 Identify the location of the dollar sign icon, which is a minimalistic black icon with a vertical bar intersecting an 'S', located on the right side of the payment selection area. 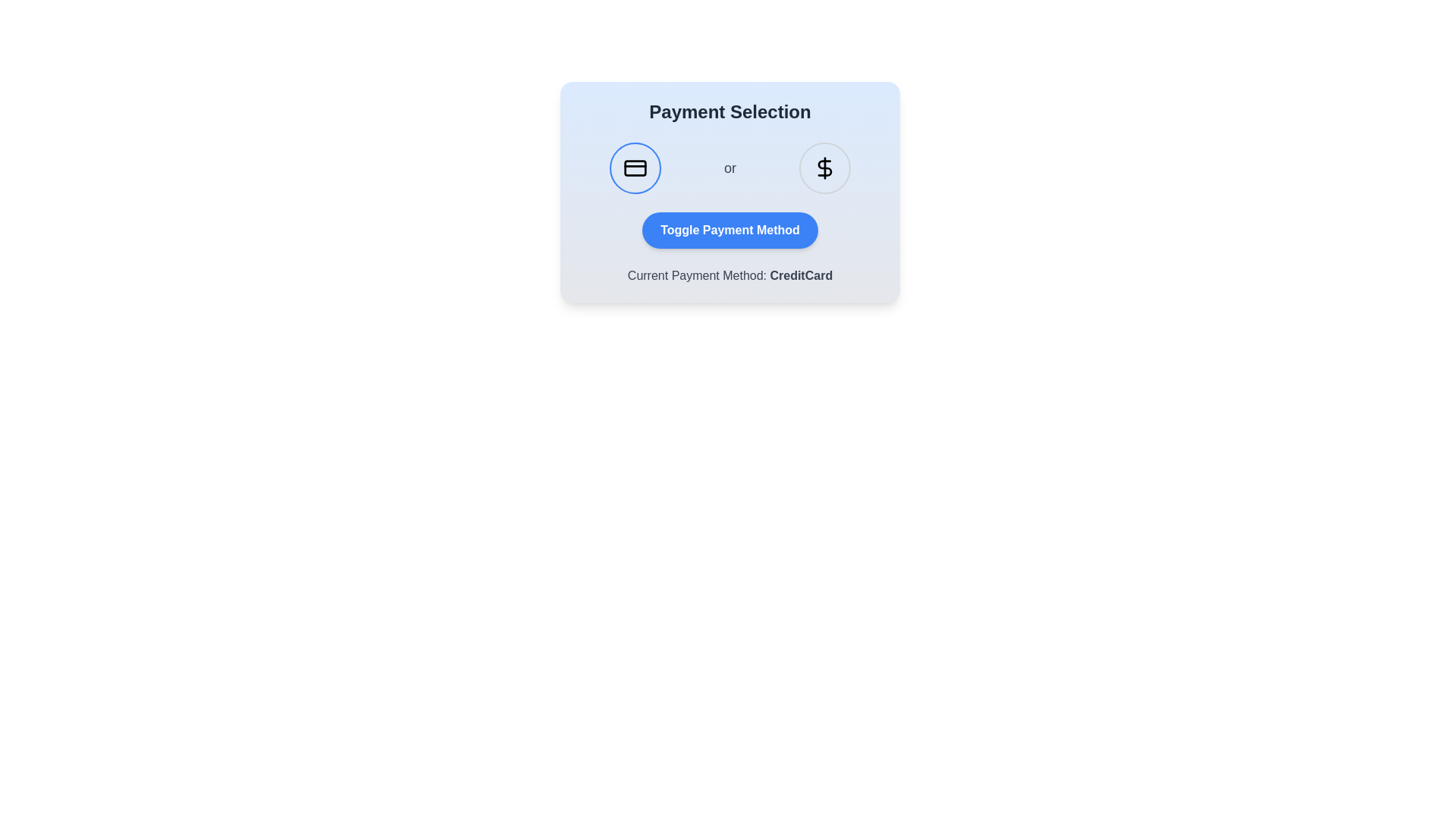
(824, 168).